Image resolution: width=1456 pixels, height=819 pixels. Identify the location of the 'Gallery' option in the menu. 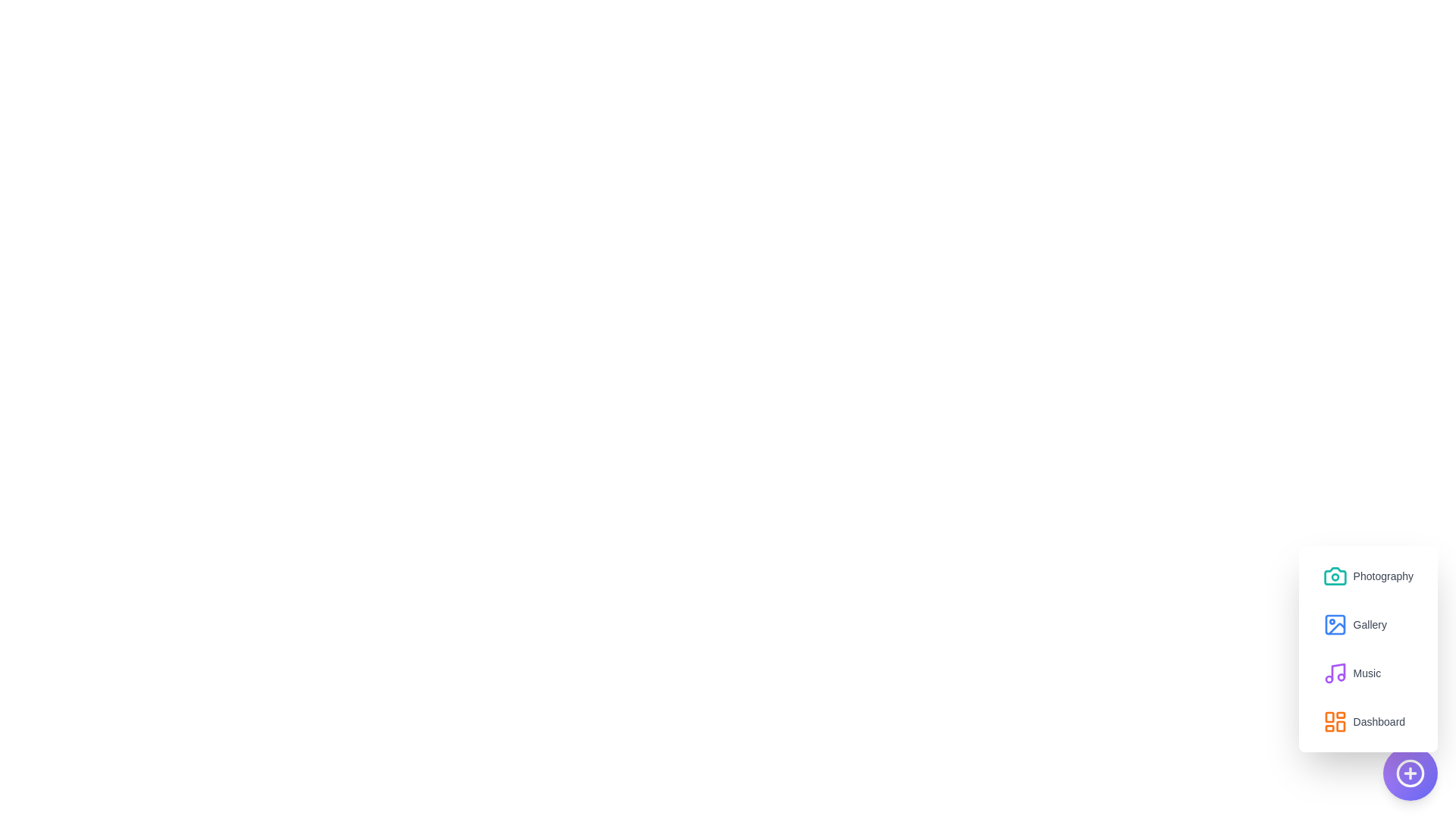
(1354, 625).